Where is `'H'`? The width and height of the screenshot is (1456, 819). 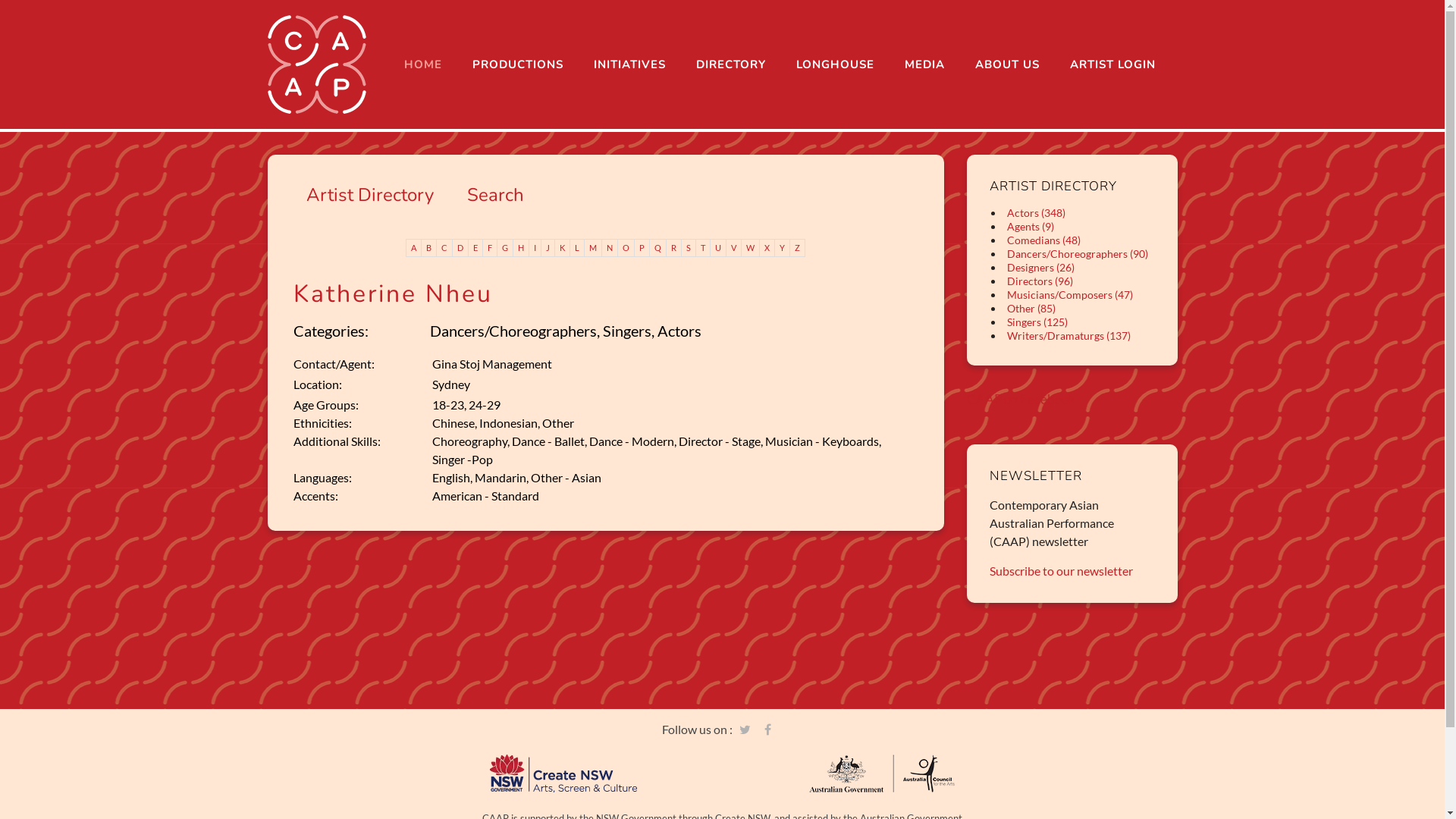 'H' is located at coordinates (513, 247).